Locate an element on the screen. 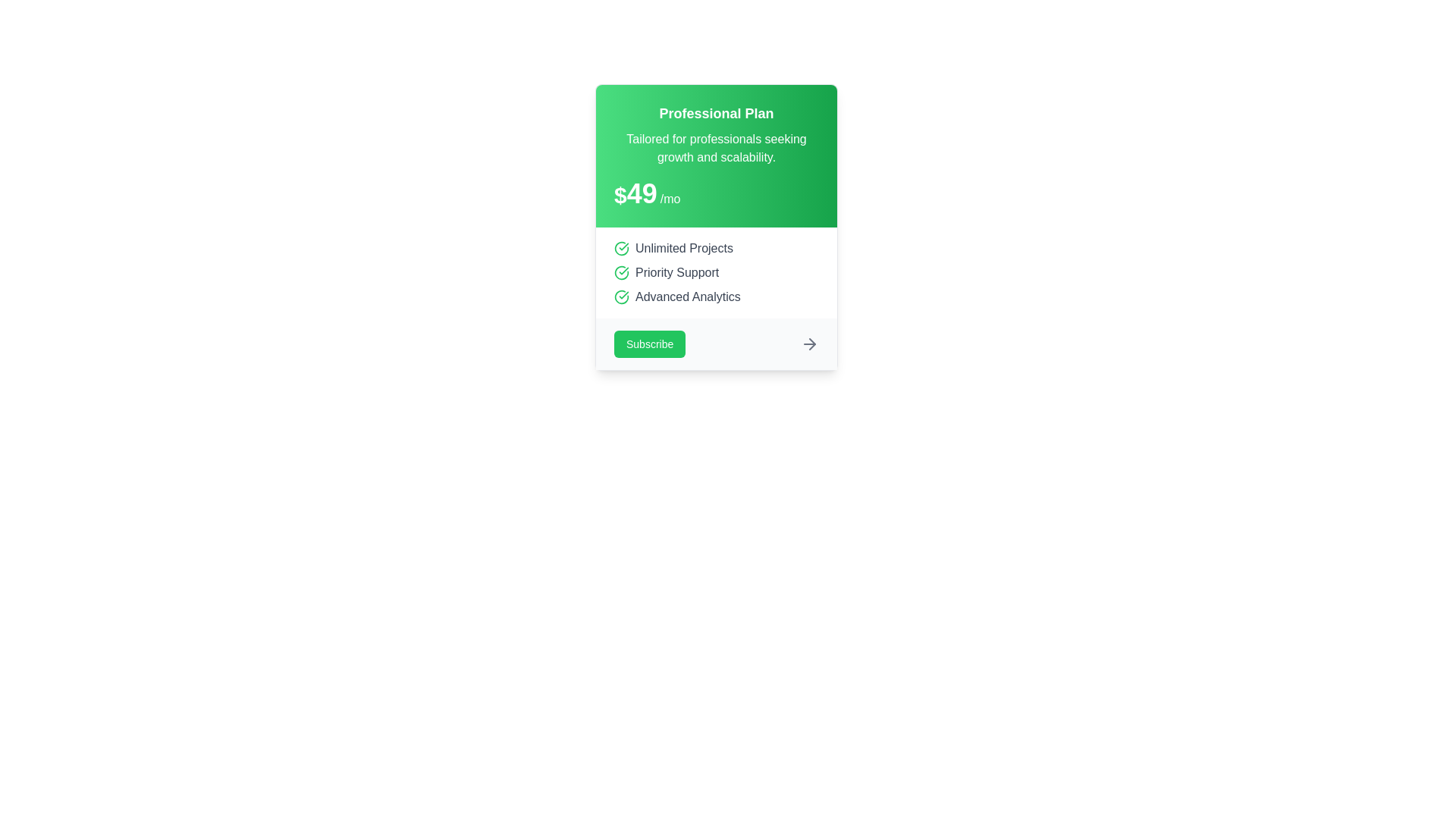 This screenshot has width=1456, height=819. the circular green icon with a checkmark that indicates success, located to the left of the text 'Unlimited Projects' in the Professional Plan card is located at coordinates (622, 247).